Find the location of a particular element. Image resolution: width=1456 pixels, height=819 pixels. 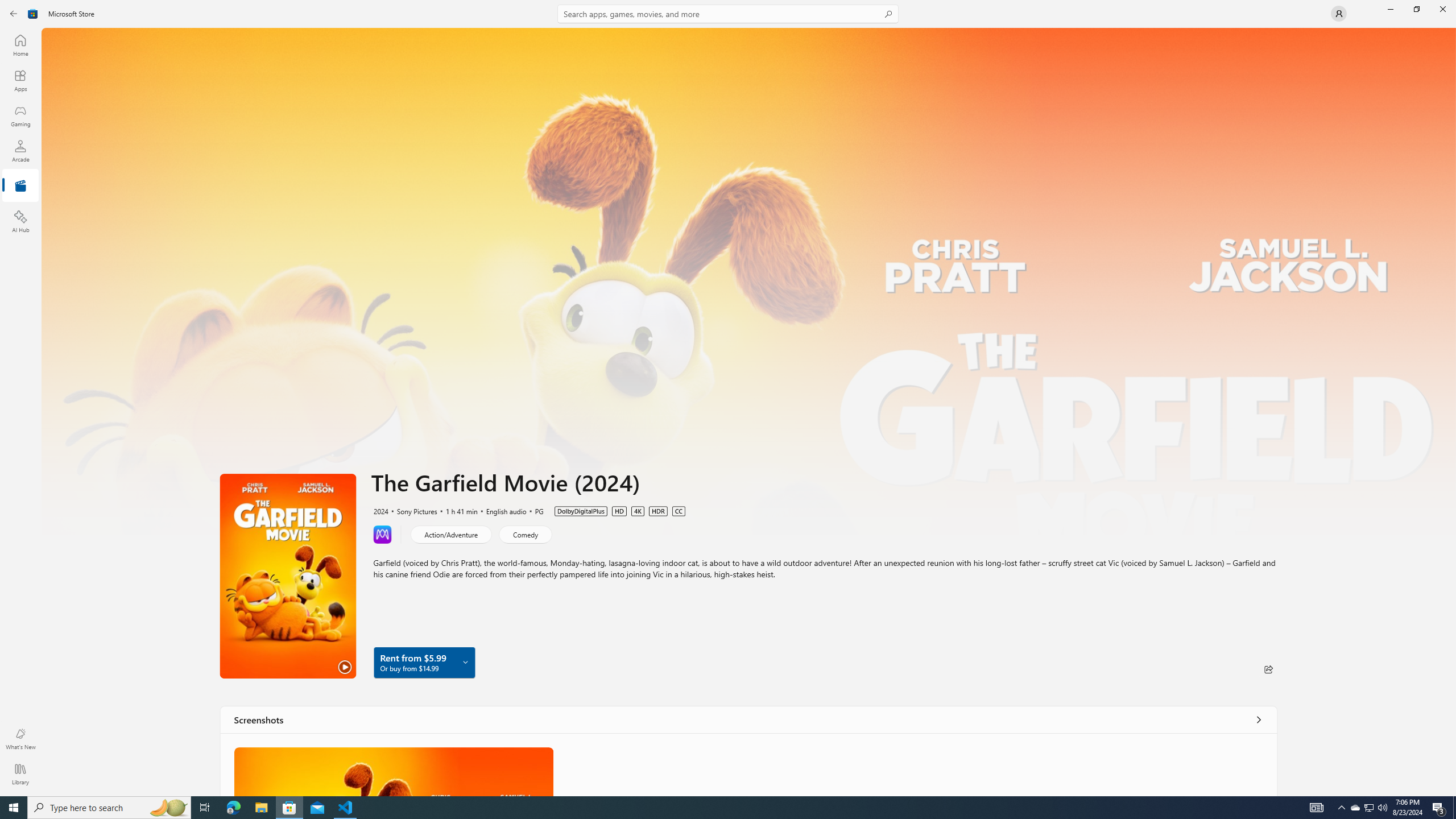

'What' is located at coordinates (19, 738).